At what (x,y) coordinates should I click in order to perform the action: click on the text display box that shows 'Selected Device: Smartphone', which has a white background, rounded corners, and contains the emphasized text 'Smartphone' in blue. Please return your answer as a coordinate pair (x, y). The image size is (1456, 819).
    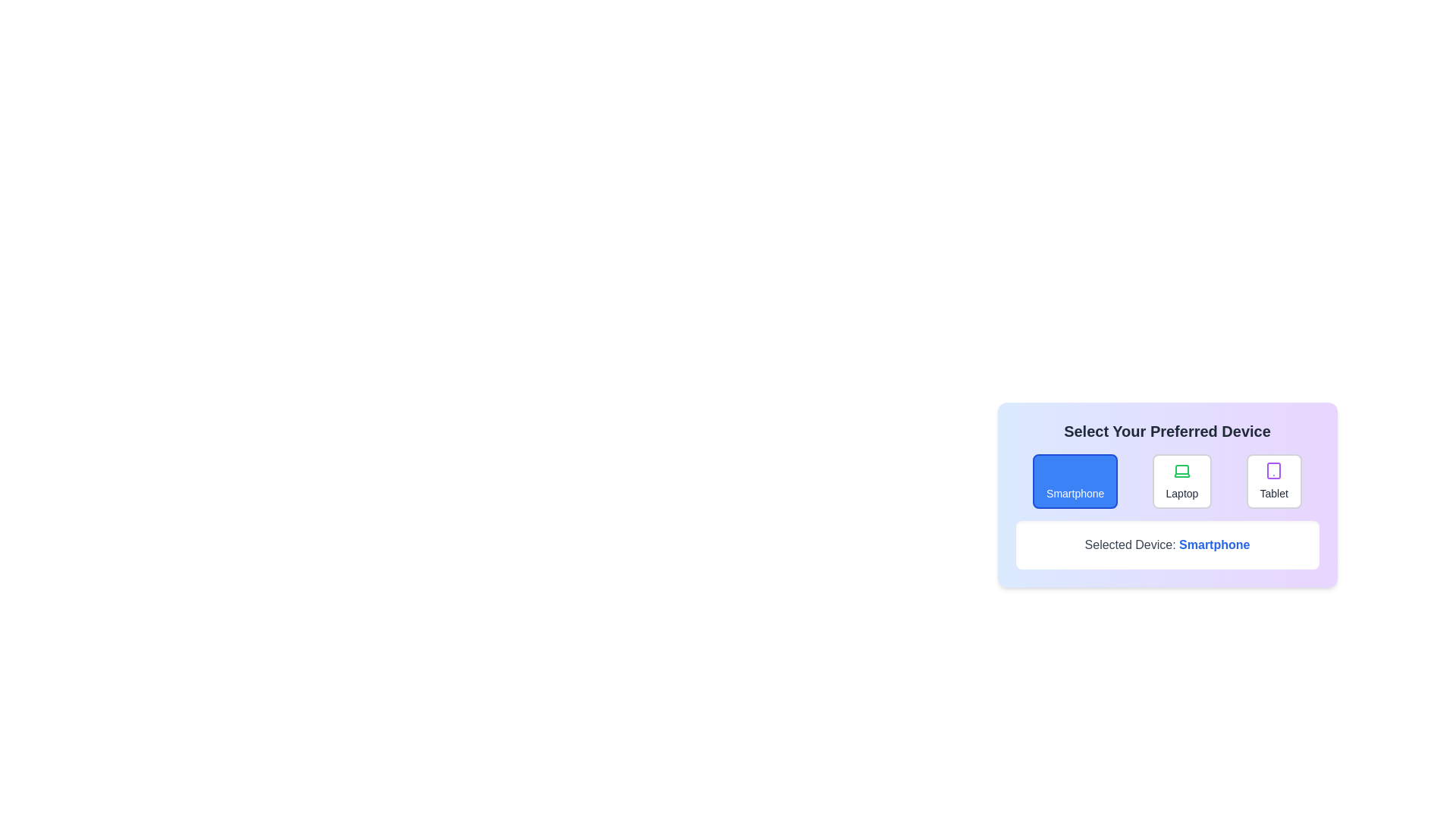
    Looking at the image, I should click on (1166, 544).